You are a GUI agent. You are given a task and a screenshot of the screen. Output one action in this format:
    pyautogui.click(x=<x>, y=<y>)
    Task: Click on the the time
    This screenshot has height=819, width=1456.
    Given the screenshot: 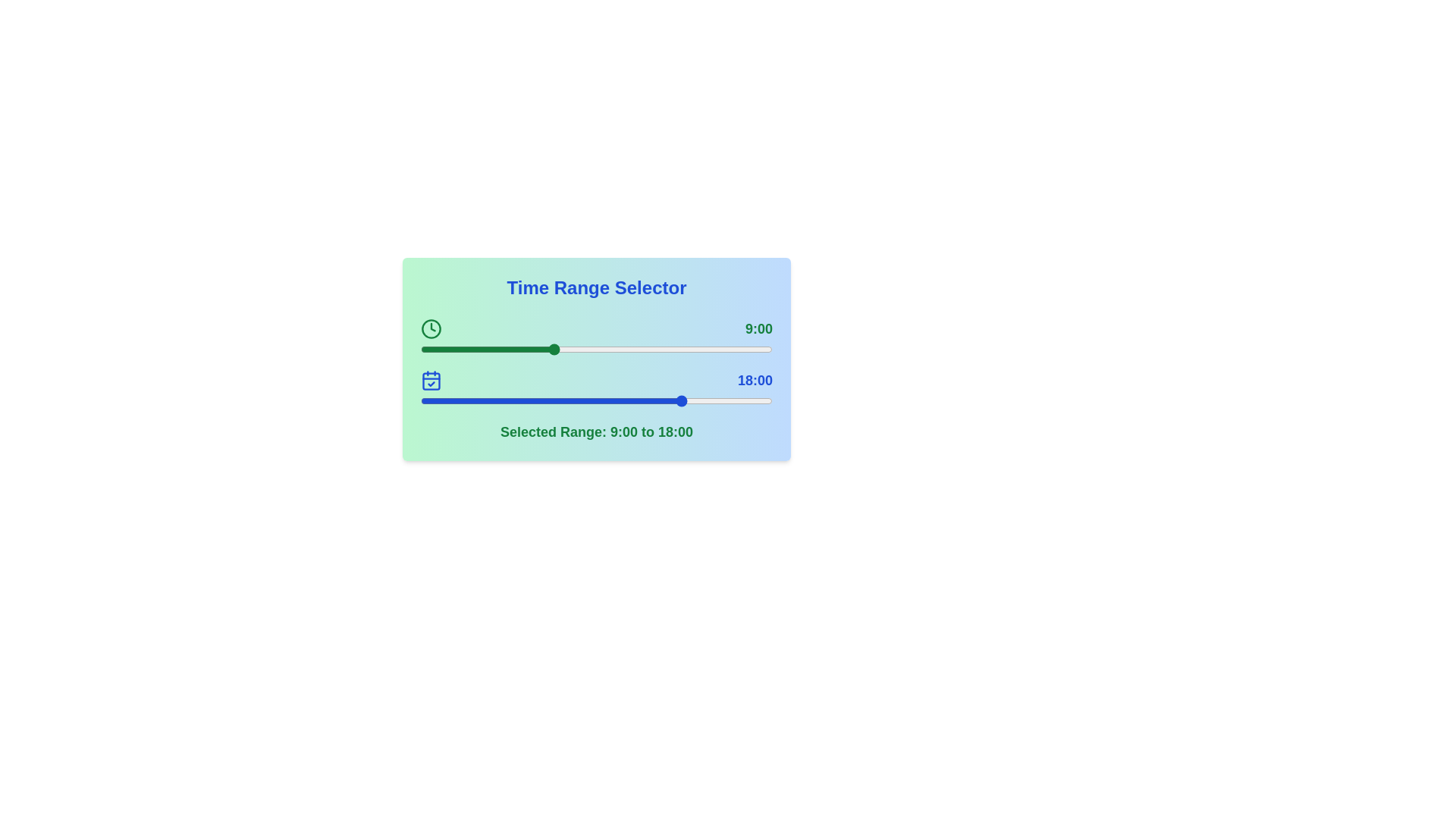 What is the action you would take?
    pyautogui.click(x=728, y=400)
    